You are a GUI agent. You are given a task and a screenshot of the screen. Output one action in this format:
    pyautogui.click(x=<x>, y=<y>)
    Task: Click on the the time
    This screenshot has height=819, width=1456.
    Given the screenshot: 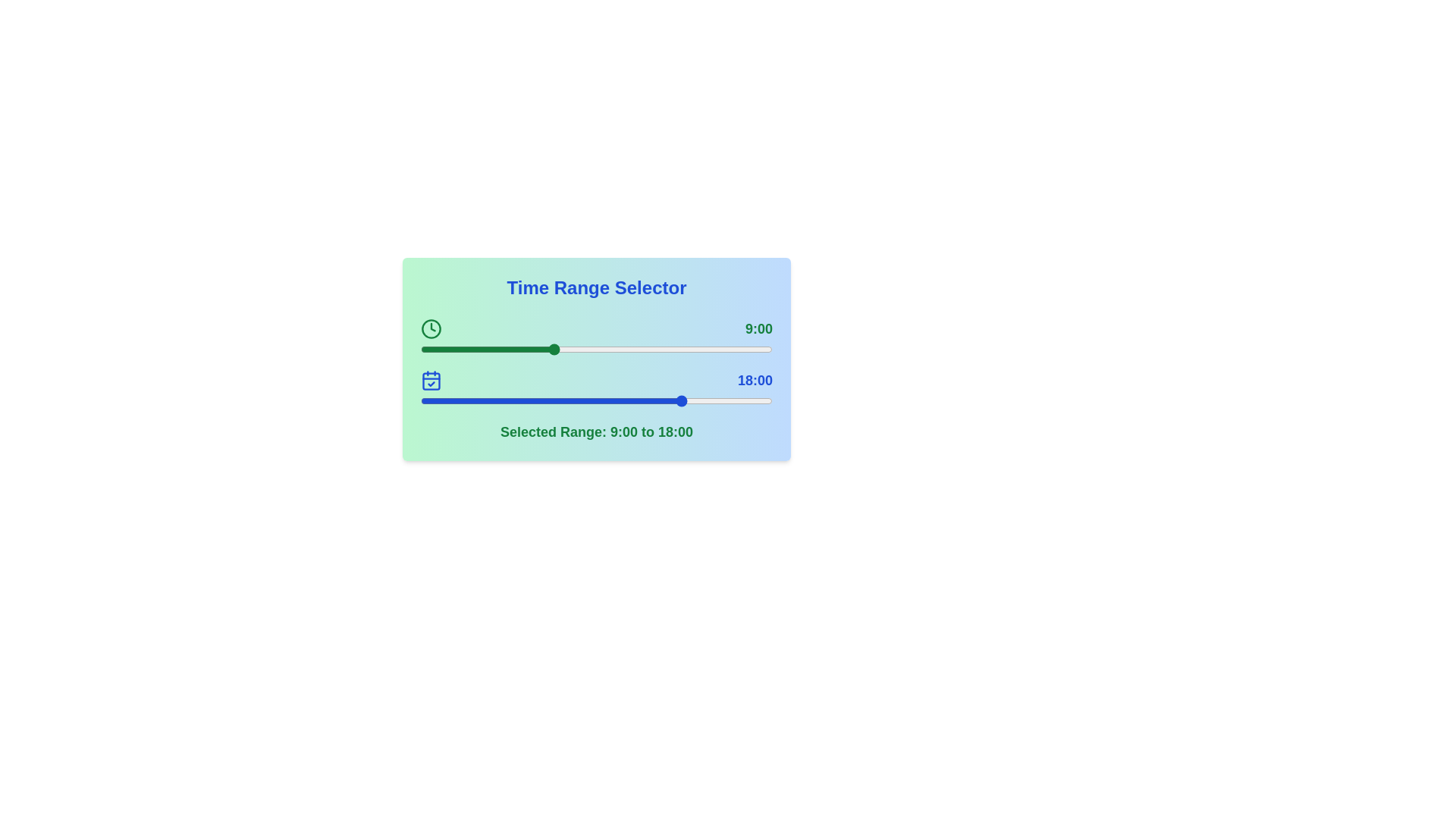 What is the action you would take?
    pyautogui.click(x=728, y=400)
    